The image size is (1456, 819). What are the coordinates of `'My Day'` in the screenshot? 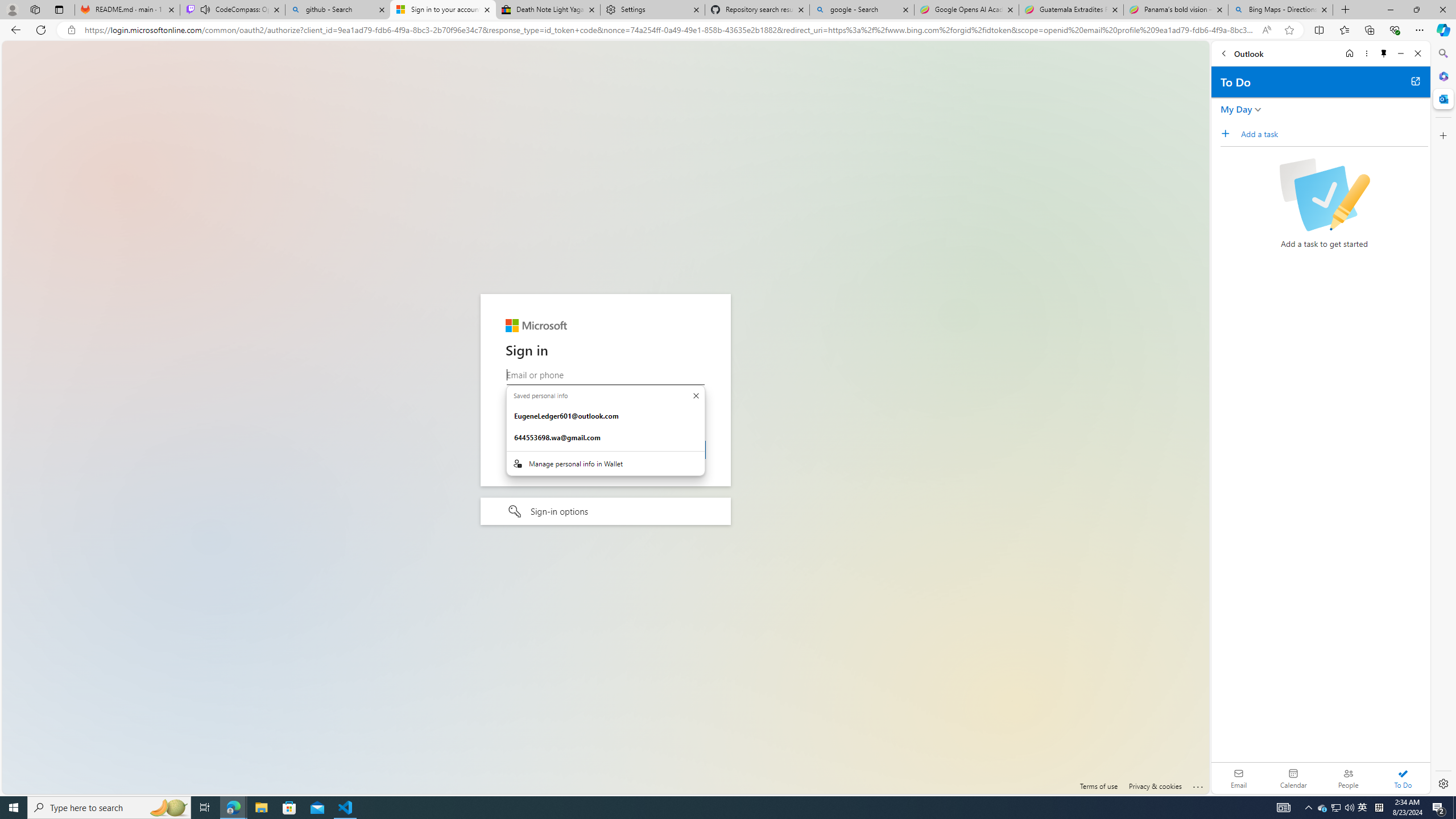 It's located at (1235, 109).